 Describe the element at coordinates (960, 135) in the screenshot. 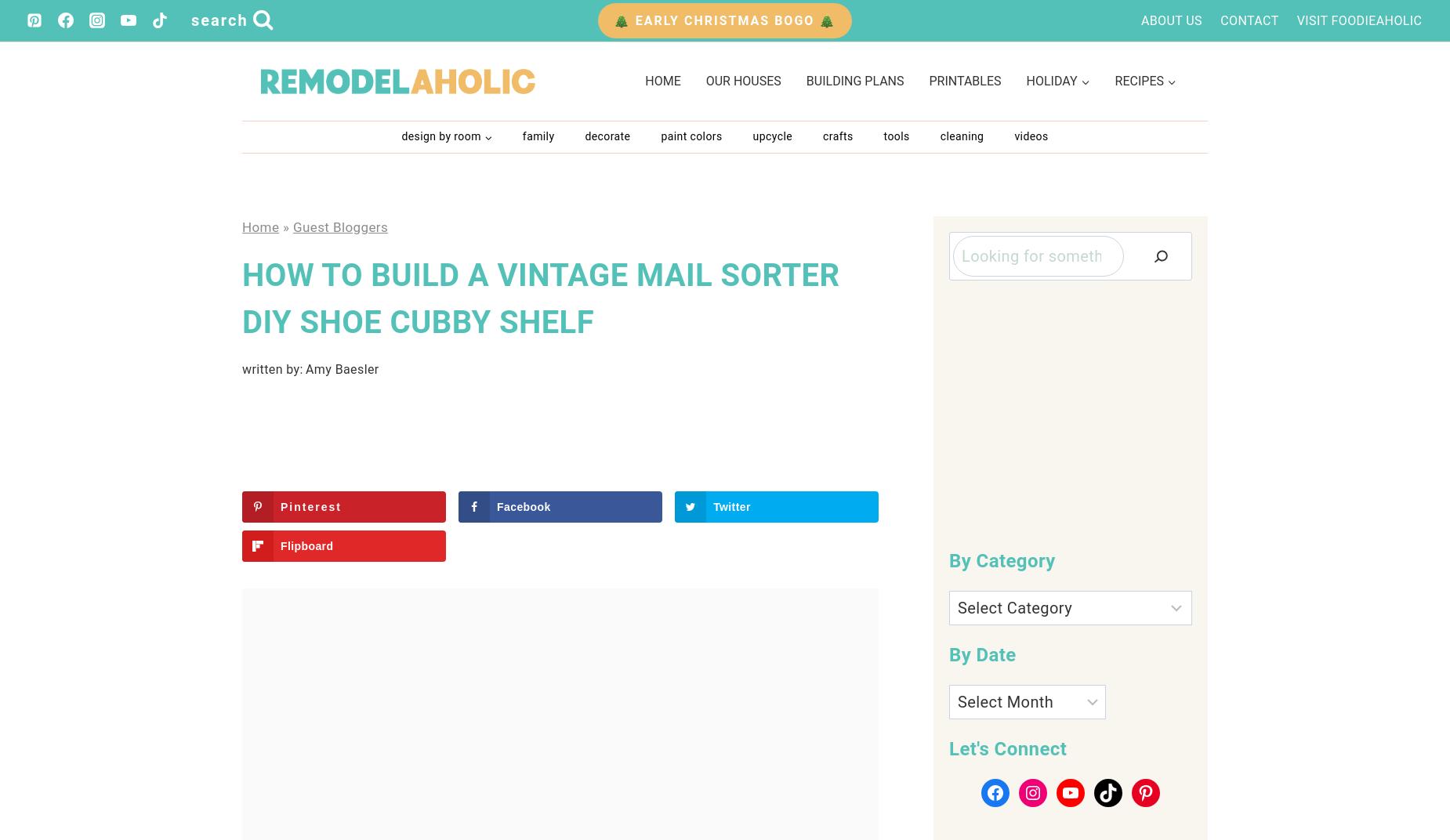

I see `'Cleaning'` at that location.